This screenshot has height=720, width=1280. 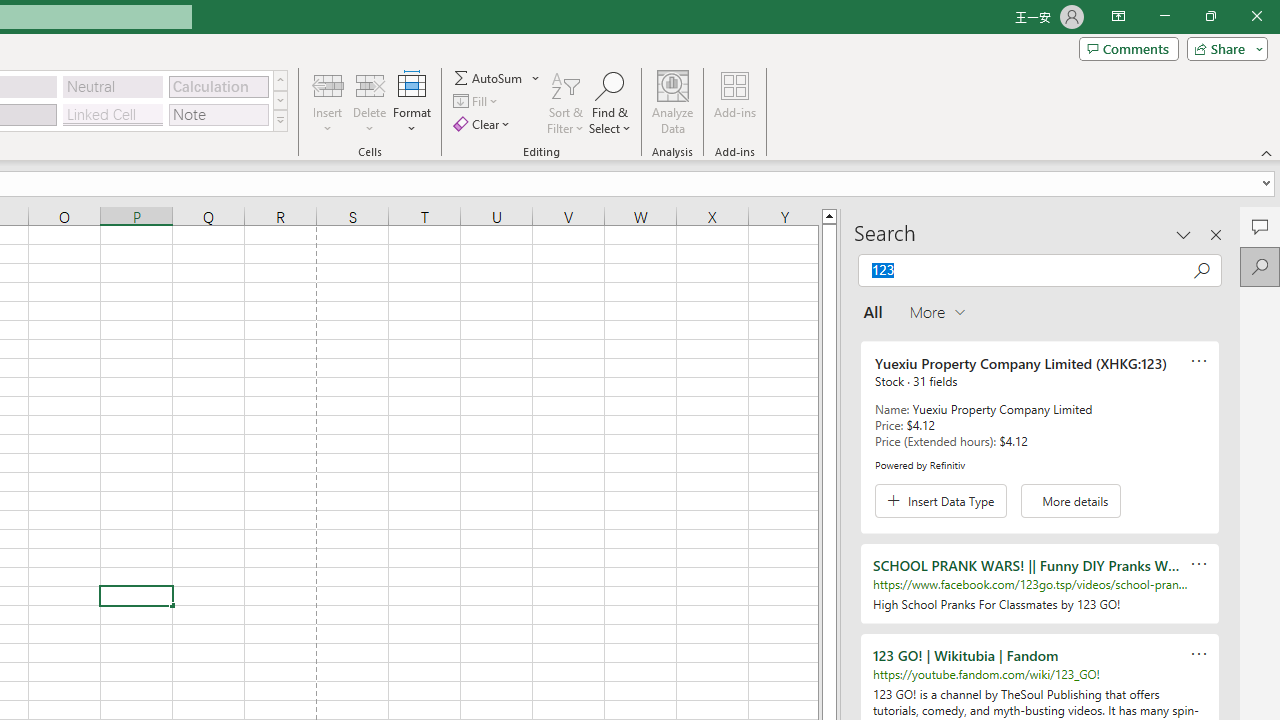 I want to click on 'Fill', so click(x=477, y=101).